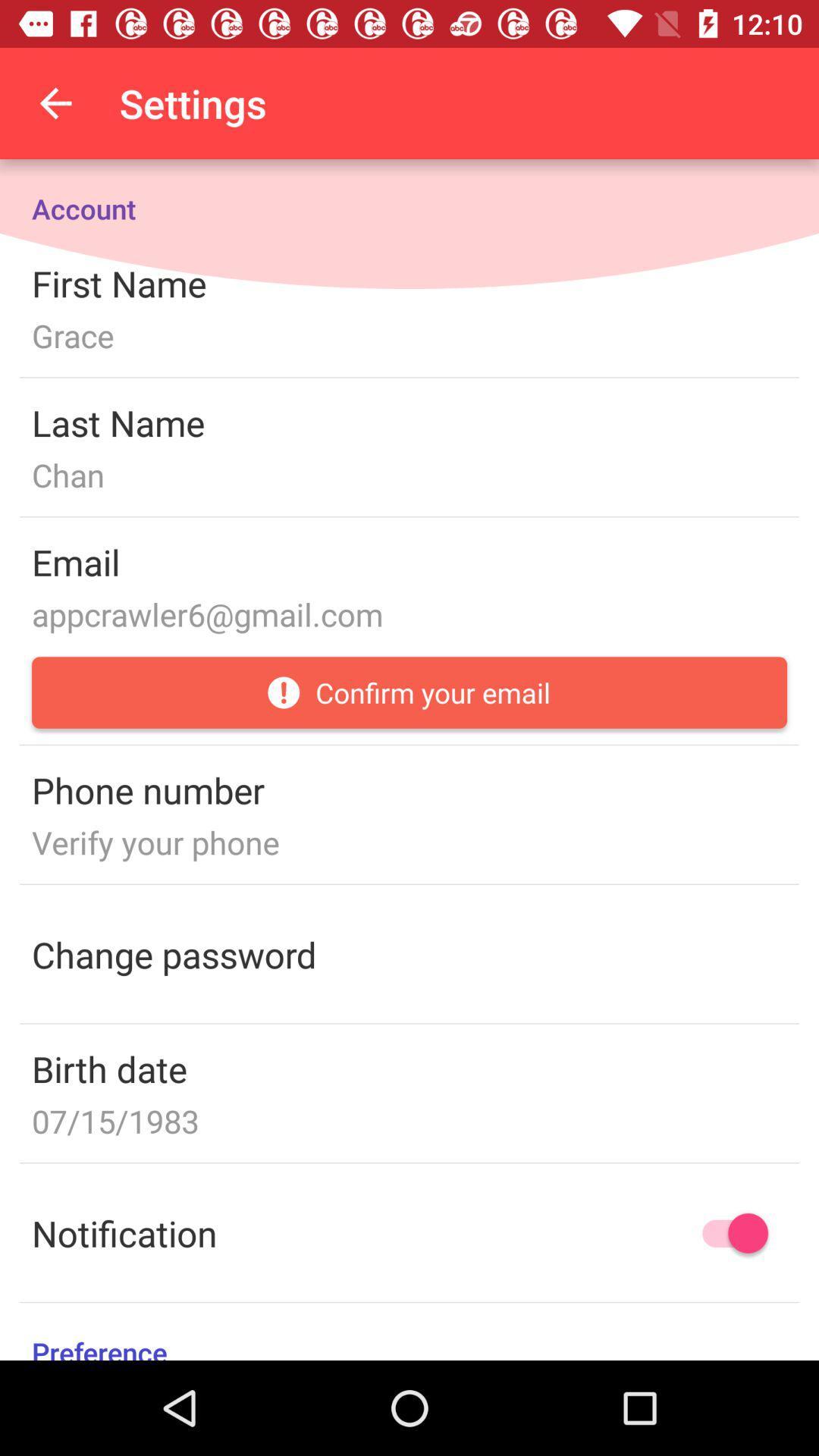 This screenshot has width=819, height=1456. Describe the element at coordinates (727, 1233) in the screenshot. I see `on off button` at that location.